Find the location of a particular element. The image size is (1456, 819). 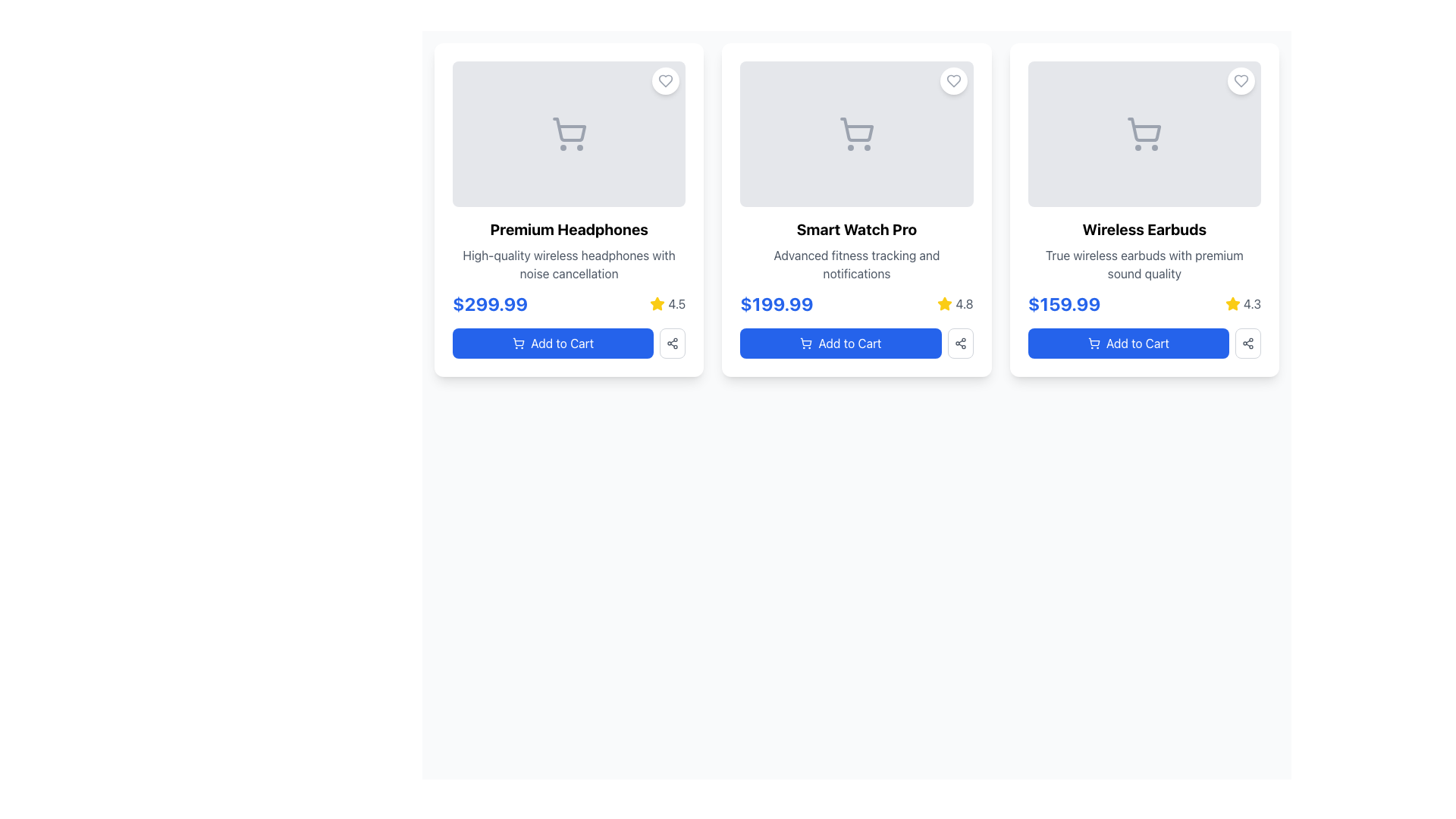

the rating display, which consists of a yellow star icon and gray text showing the number '4.3', located in the bottom-right section of the product card for 'Wireless Earbuds' is located at coordinates (1243, 304).